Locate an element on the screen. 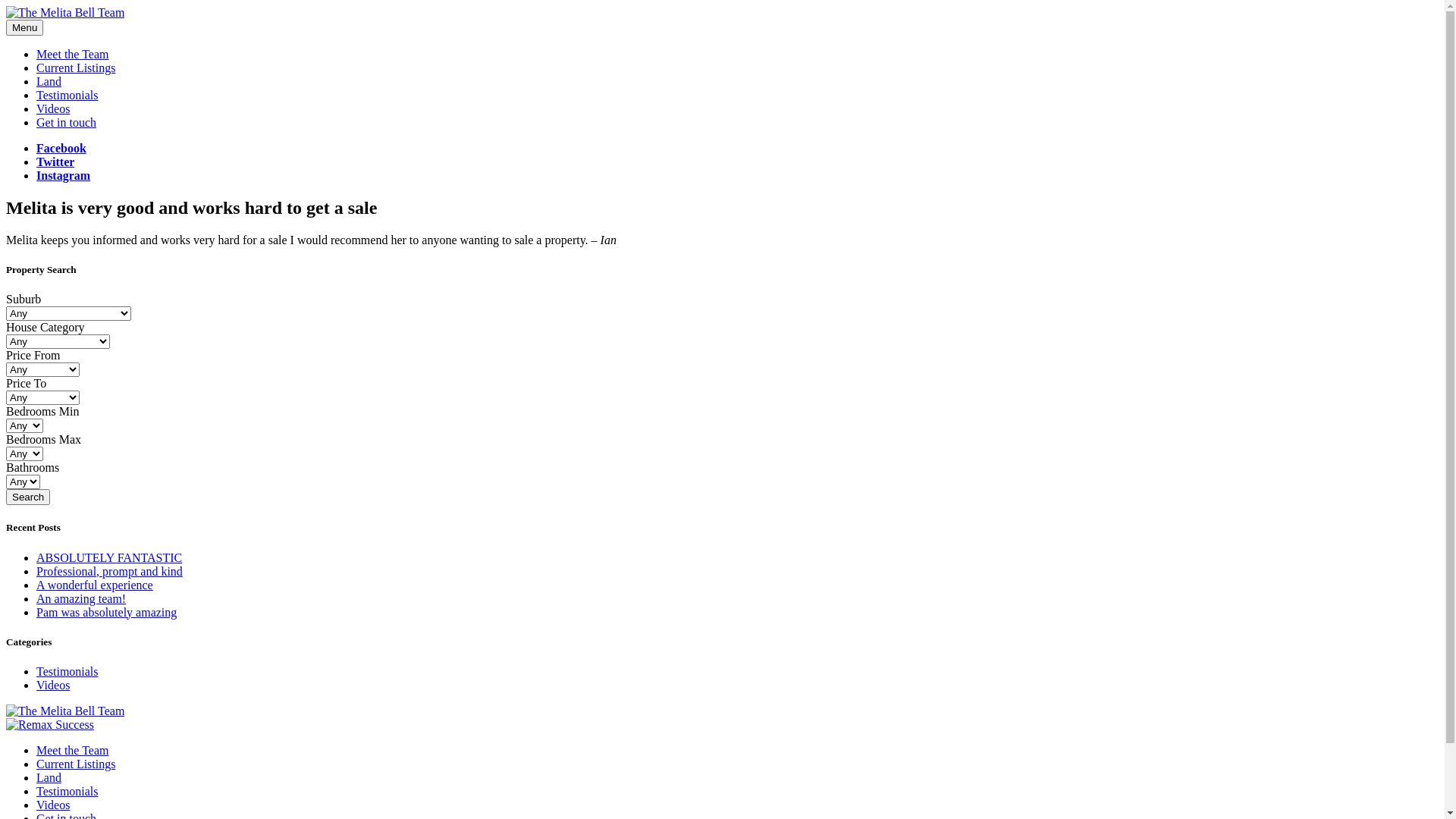 Image resolution: width=1456 pixels, height=819 pixels. 'Testimonials' is located at coordinates (67, 95).